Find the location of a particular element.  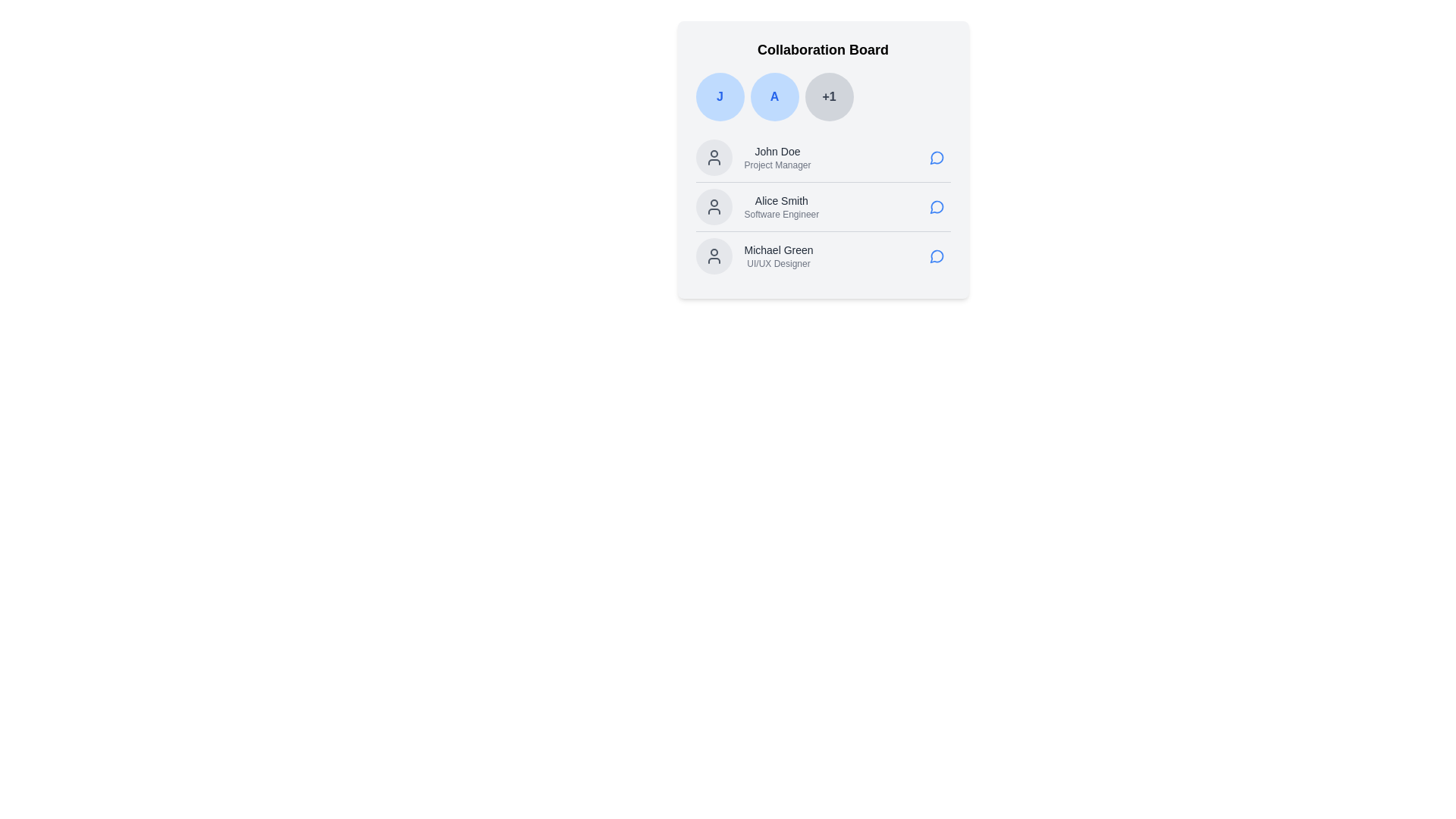

the first user icon for 'John Doe' in the 'Collaboration Board' panel, which is represented by a stylized circle with a gray background is located at coordinates (713, 158).